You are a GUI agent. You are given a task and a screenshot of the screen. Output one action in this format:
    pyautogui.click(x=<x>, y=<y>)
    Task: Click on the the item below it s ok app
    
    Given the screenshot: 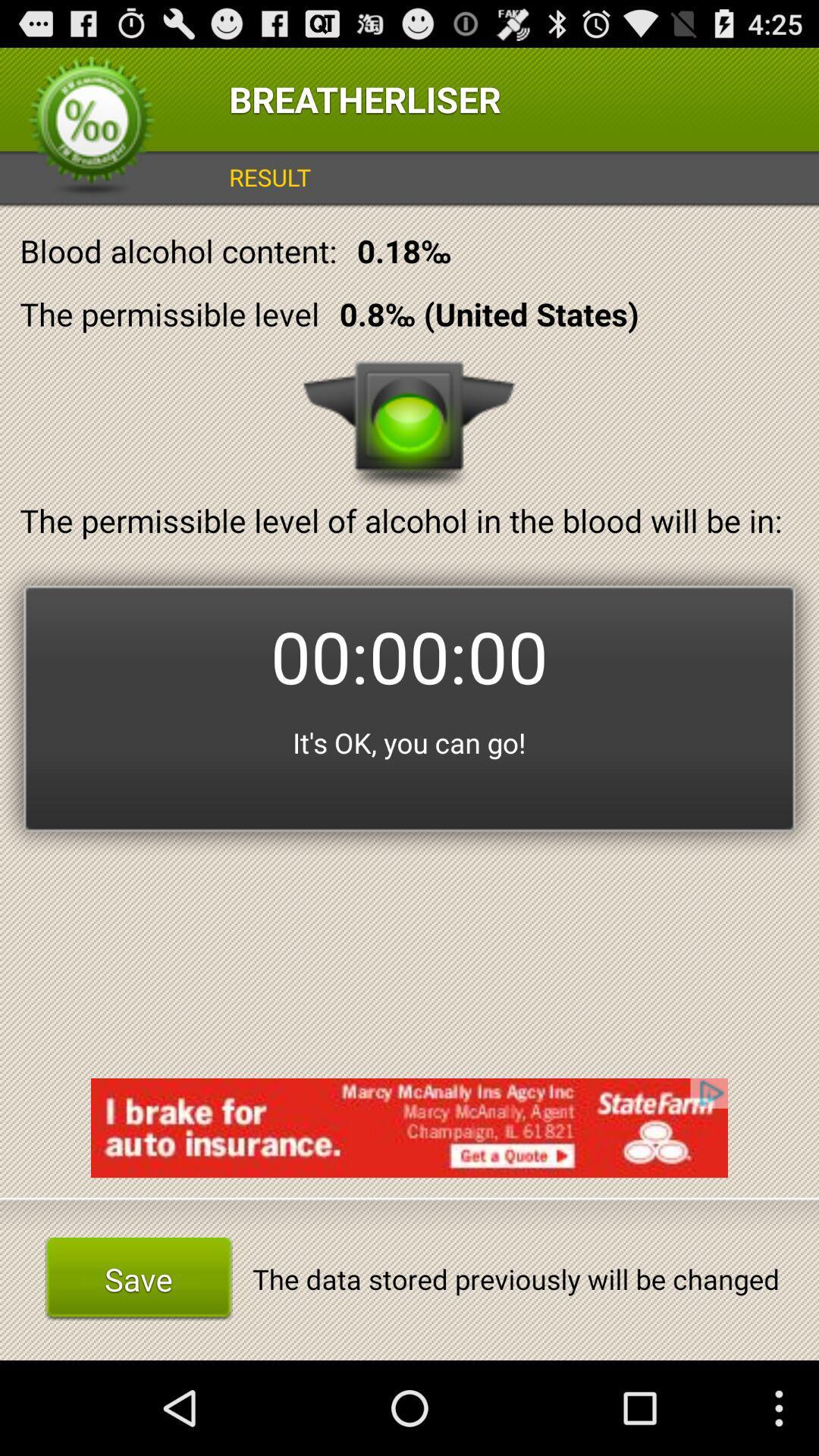 What is the action you would take?
    pyautogui.click(x=409, y=1128)
    